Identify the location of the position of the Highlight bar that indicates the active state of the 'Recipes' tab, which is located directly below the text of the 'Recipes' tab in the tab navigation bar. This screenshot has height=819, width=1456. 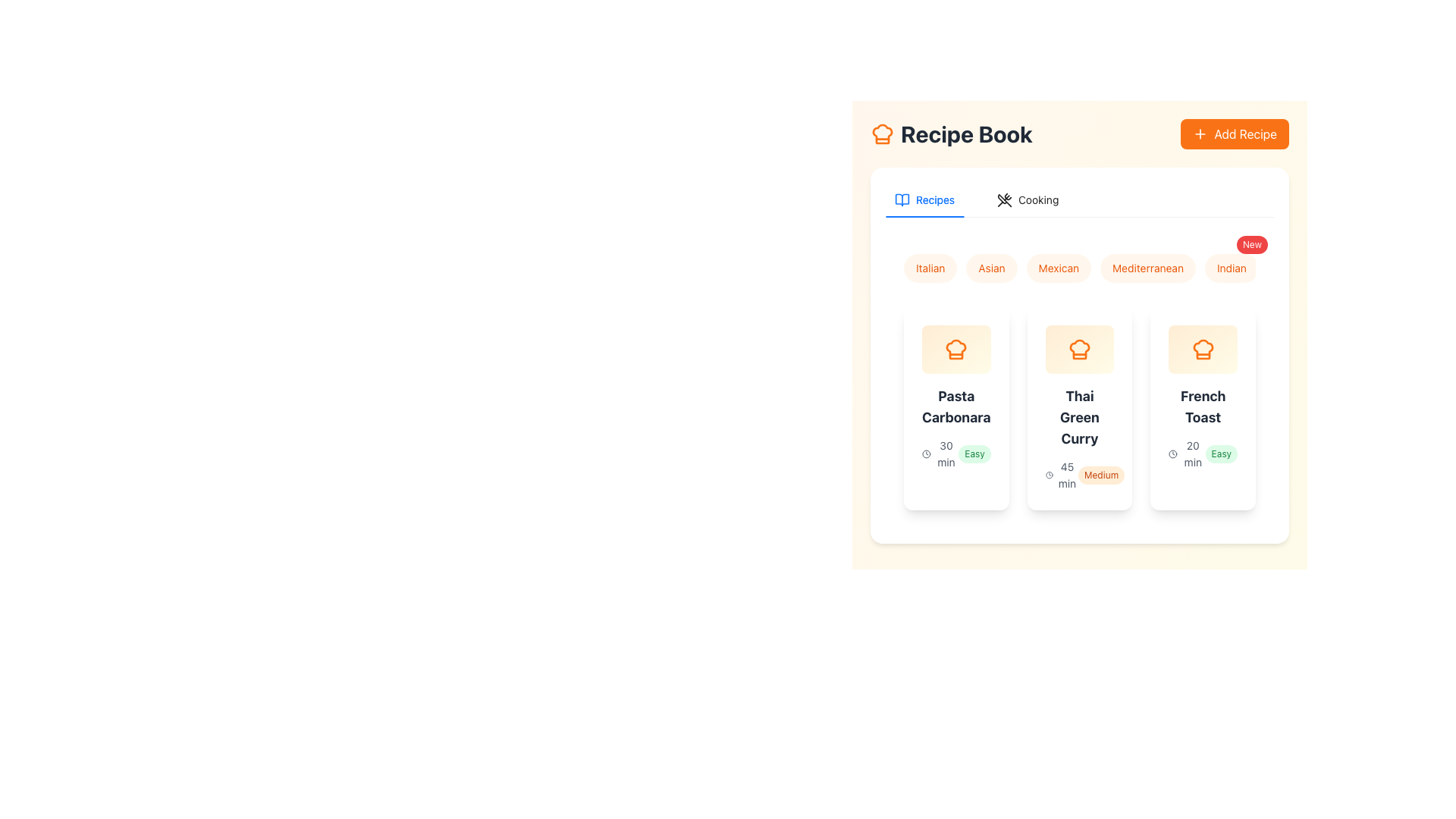
(924, 216).